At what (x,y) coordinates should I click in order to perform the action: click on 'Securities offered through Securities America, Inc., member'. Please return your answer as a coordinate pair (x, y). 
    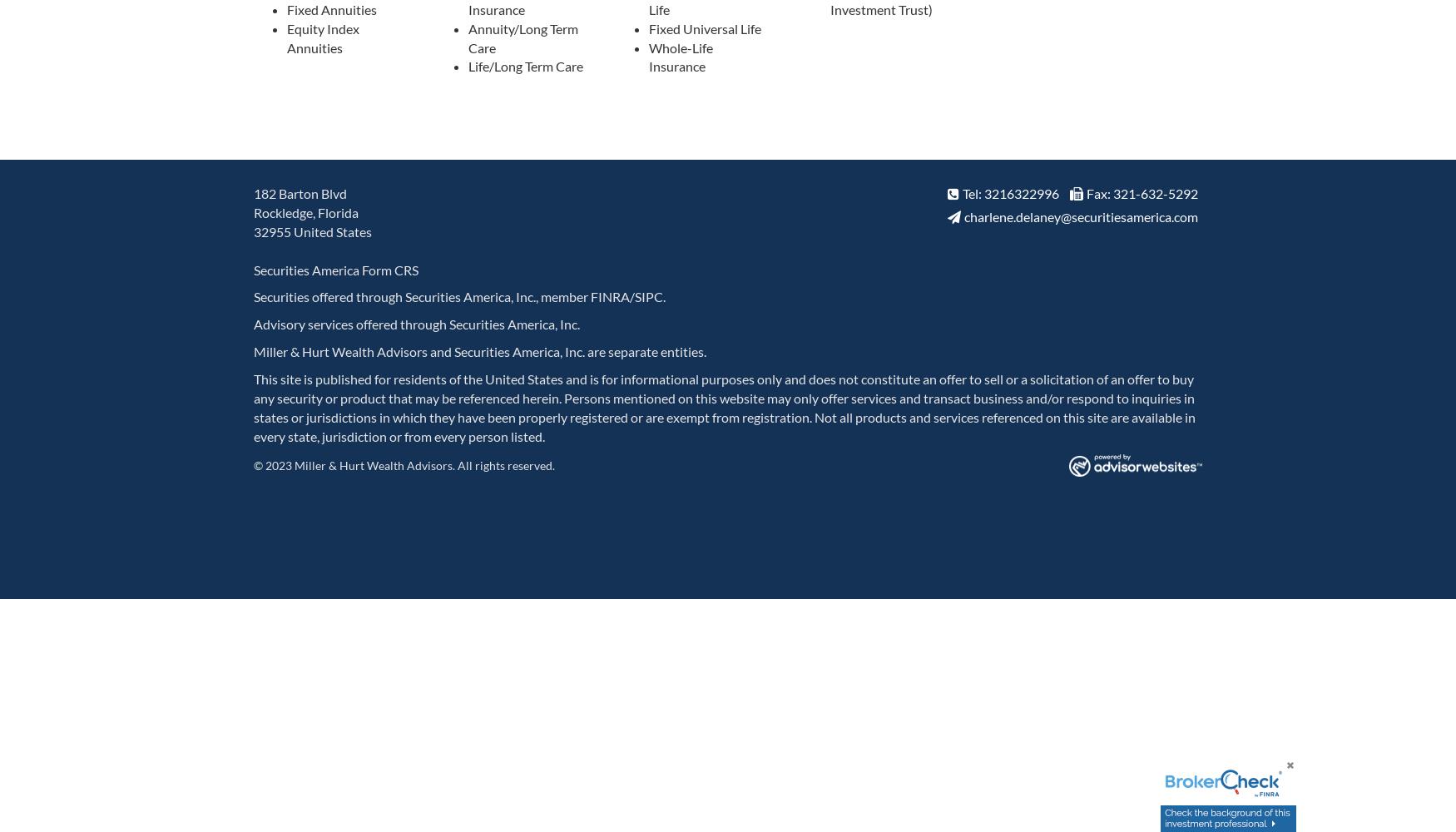
    Looking at the image, I should click on (253, 295).